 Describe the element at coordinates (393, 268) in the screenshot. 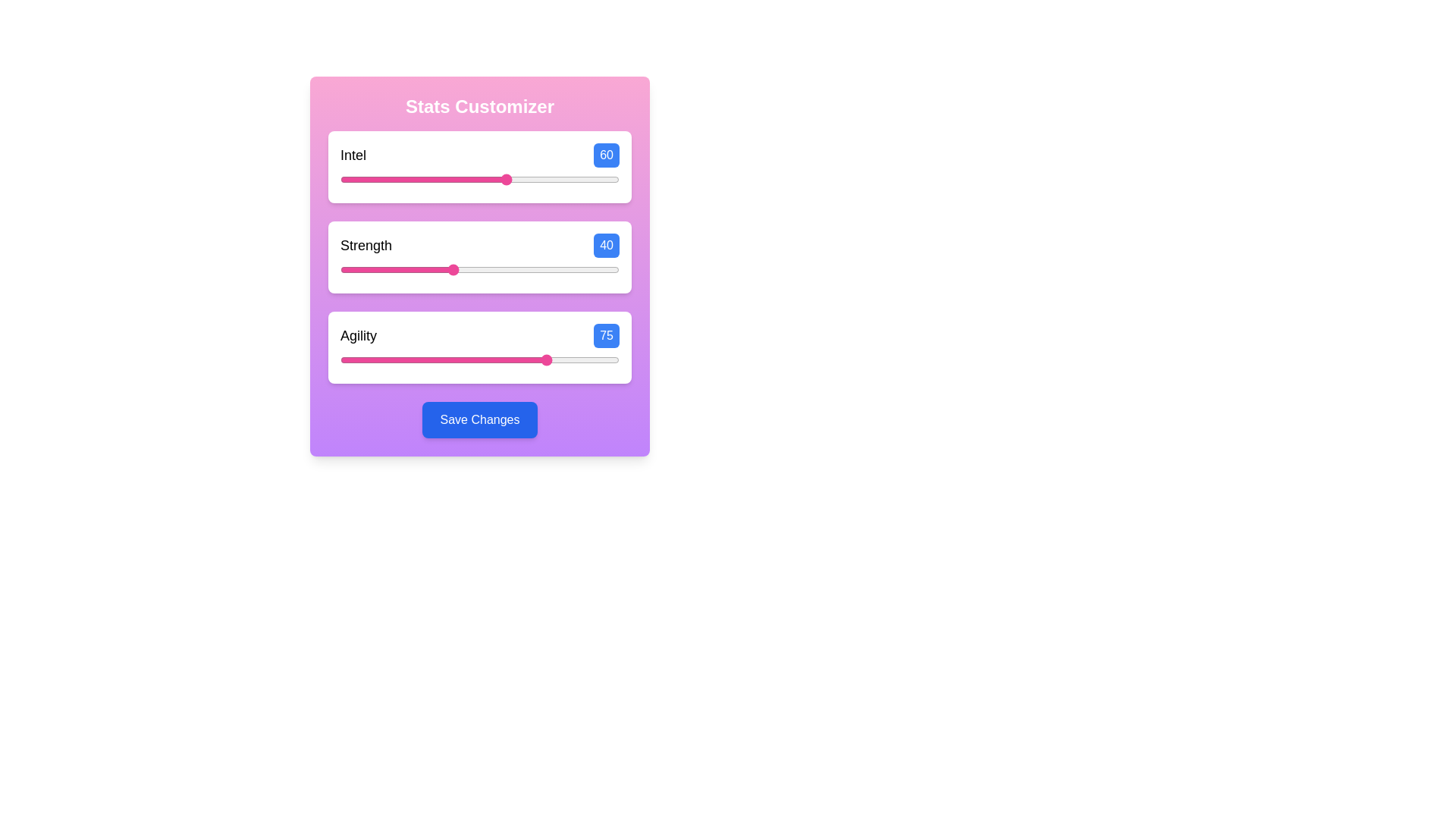

I see `the Strength slider` at that location.